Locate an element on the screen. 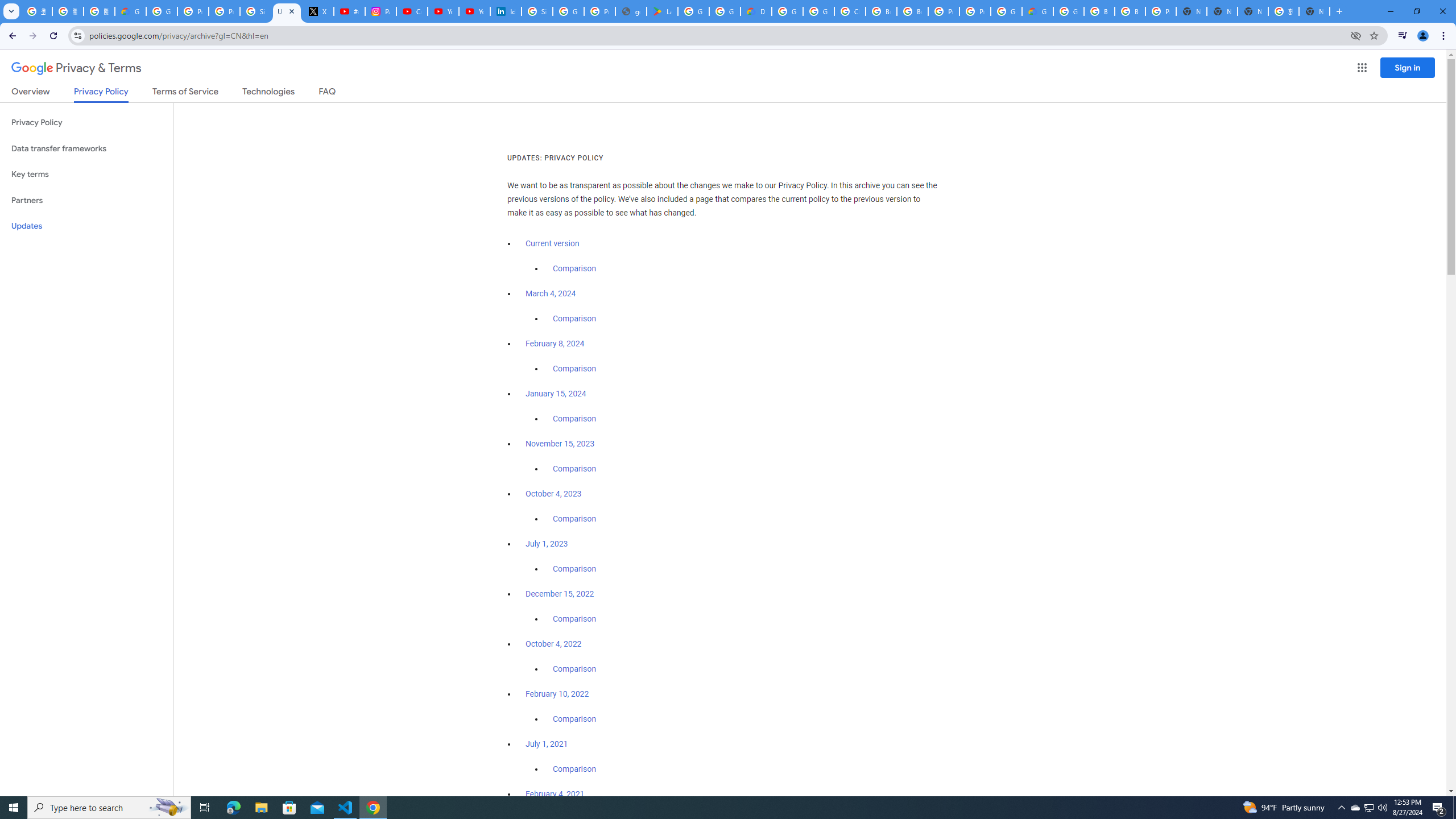  'October 4, 2023' is located at coordinates (554, 494).